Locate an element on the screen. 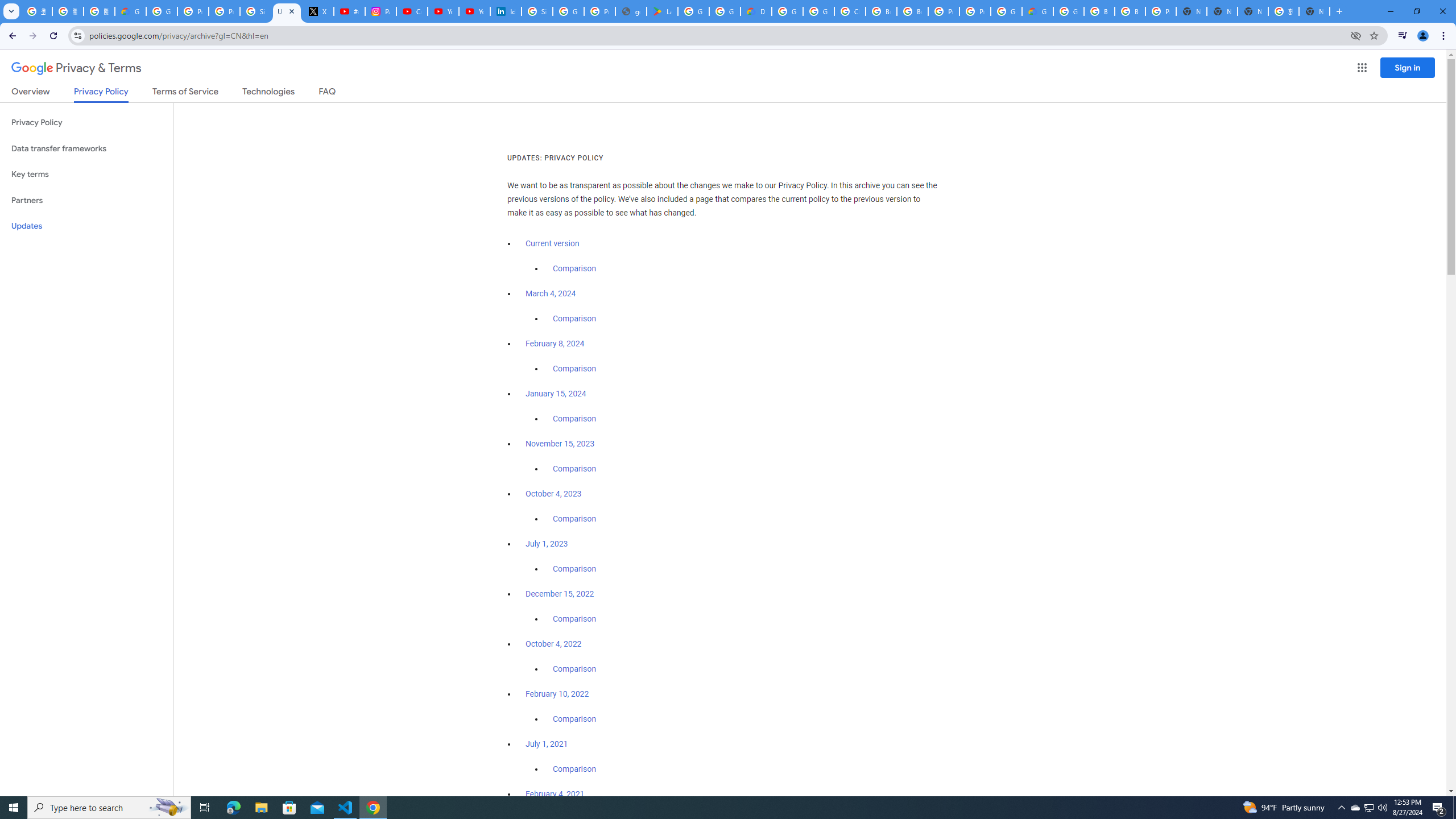  'October 4, 2023' is located at coordinates (554, 494).